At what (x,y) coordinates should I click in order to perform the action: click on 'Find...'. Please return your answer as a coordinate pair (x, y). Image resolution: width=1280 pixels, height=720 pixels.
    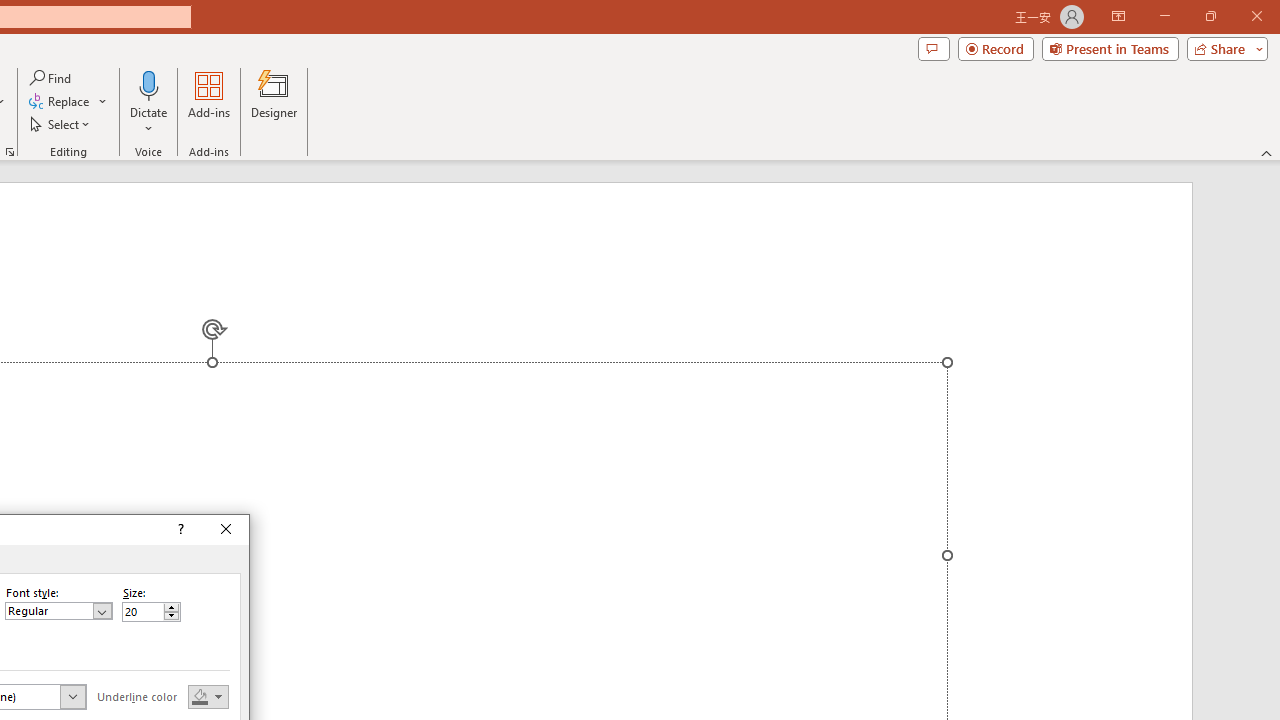
    Looking at the image, I should click on (51, 77).